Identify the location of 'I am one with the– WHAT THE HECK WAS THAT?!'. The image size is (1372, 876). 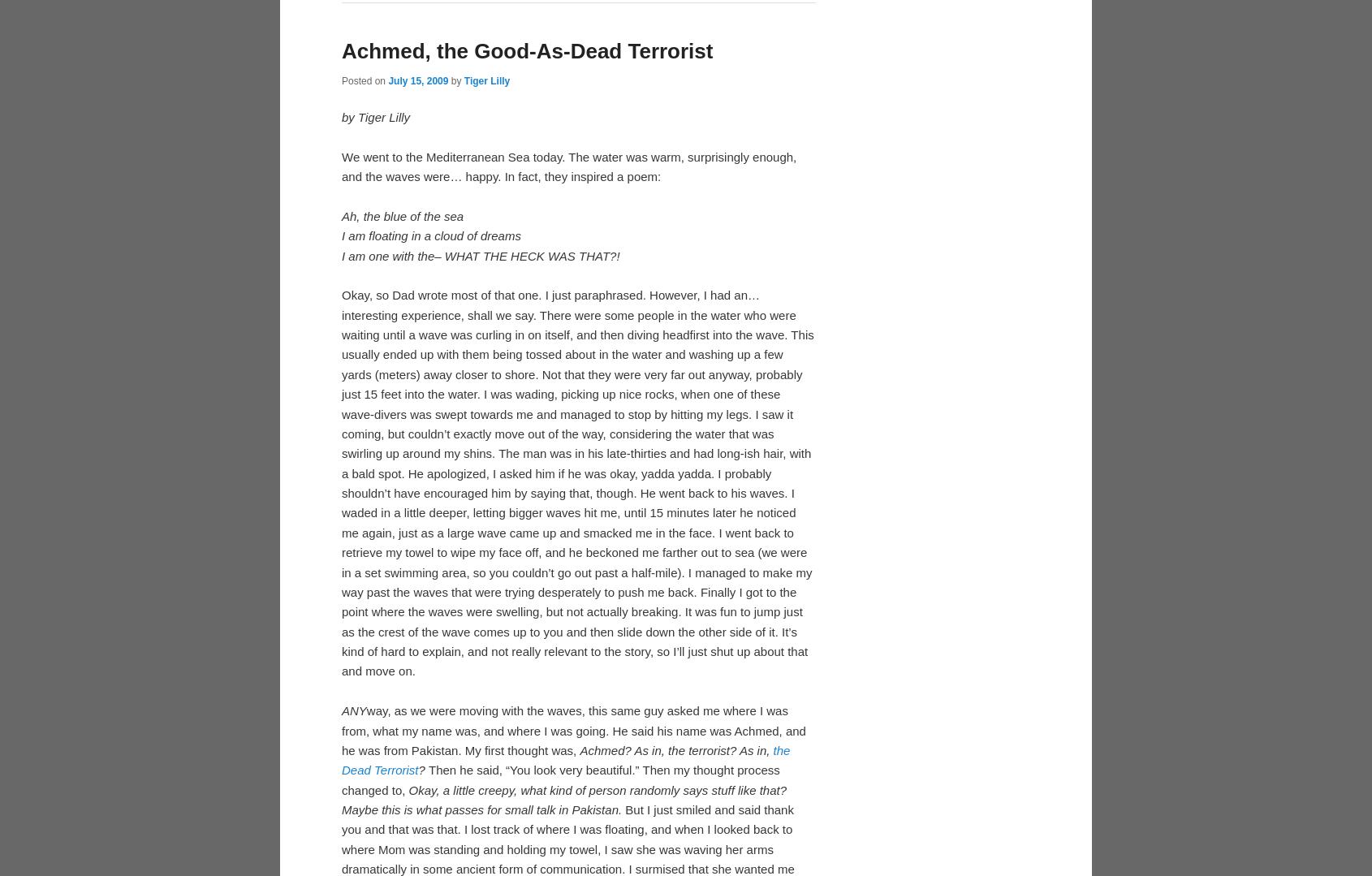
(481, 520).